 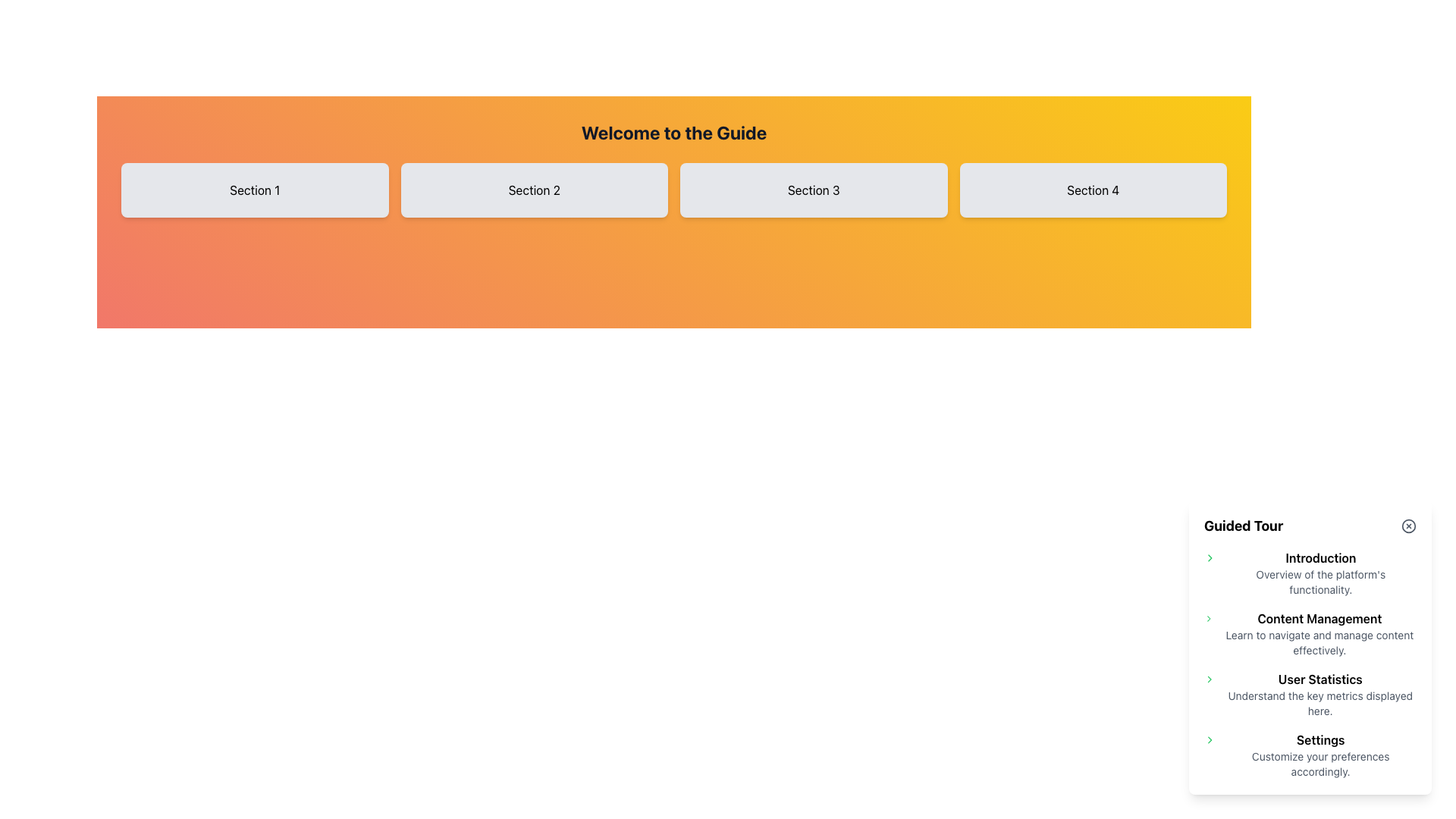 What do you see at coordinates (1319, 634) in the screenshot?
I see `the second item in the vertical list of options under the 'Guided Tour' section, which serves as a navigation link or informational item guiding users to manage and navigate data effectively` at bounding box center [1319, 634].